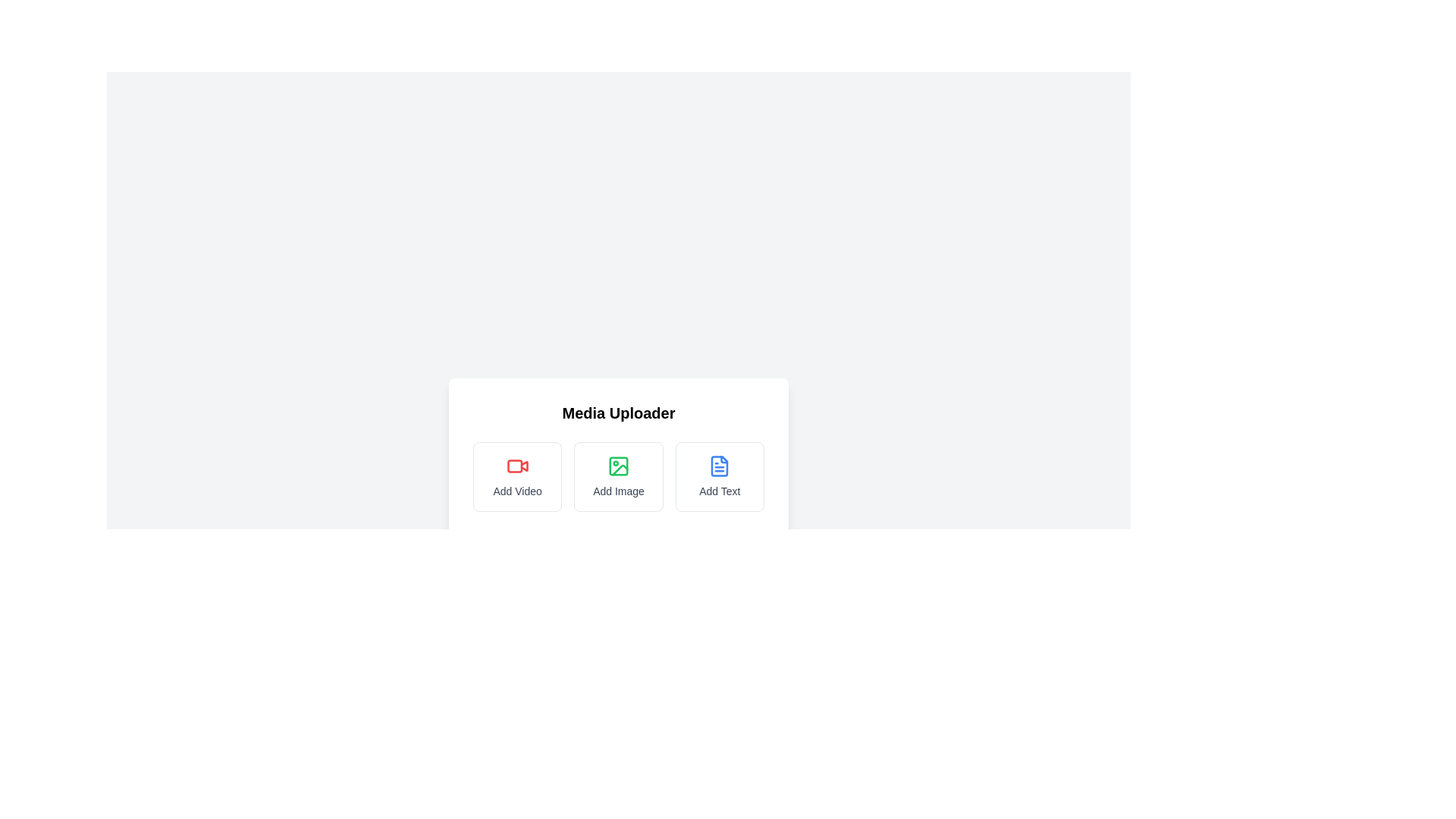  Describe the element at coordinates (619, 475) in the screenshot. I see `the second card in the grid layout that allows users` at that location.